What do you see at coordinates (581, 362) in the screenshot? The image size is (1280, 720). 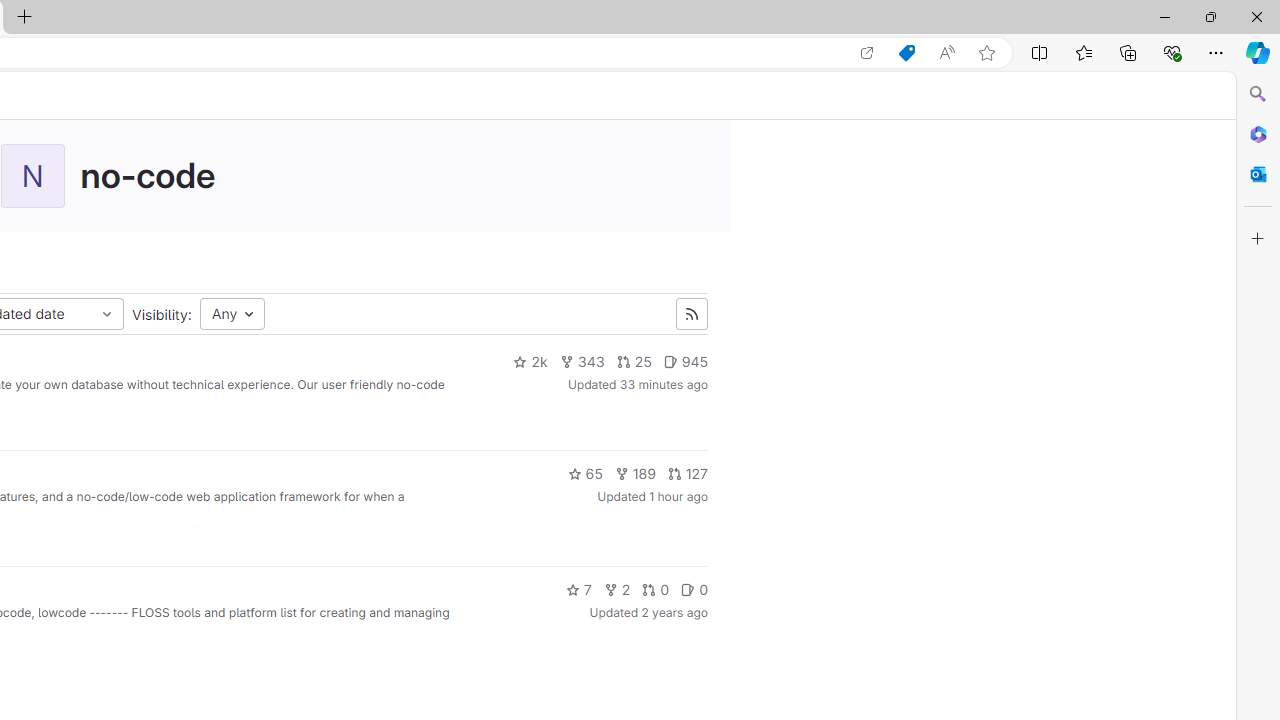 I see `'343'` at bounding box center [581, 362].